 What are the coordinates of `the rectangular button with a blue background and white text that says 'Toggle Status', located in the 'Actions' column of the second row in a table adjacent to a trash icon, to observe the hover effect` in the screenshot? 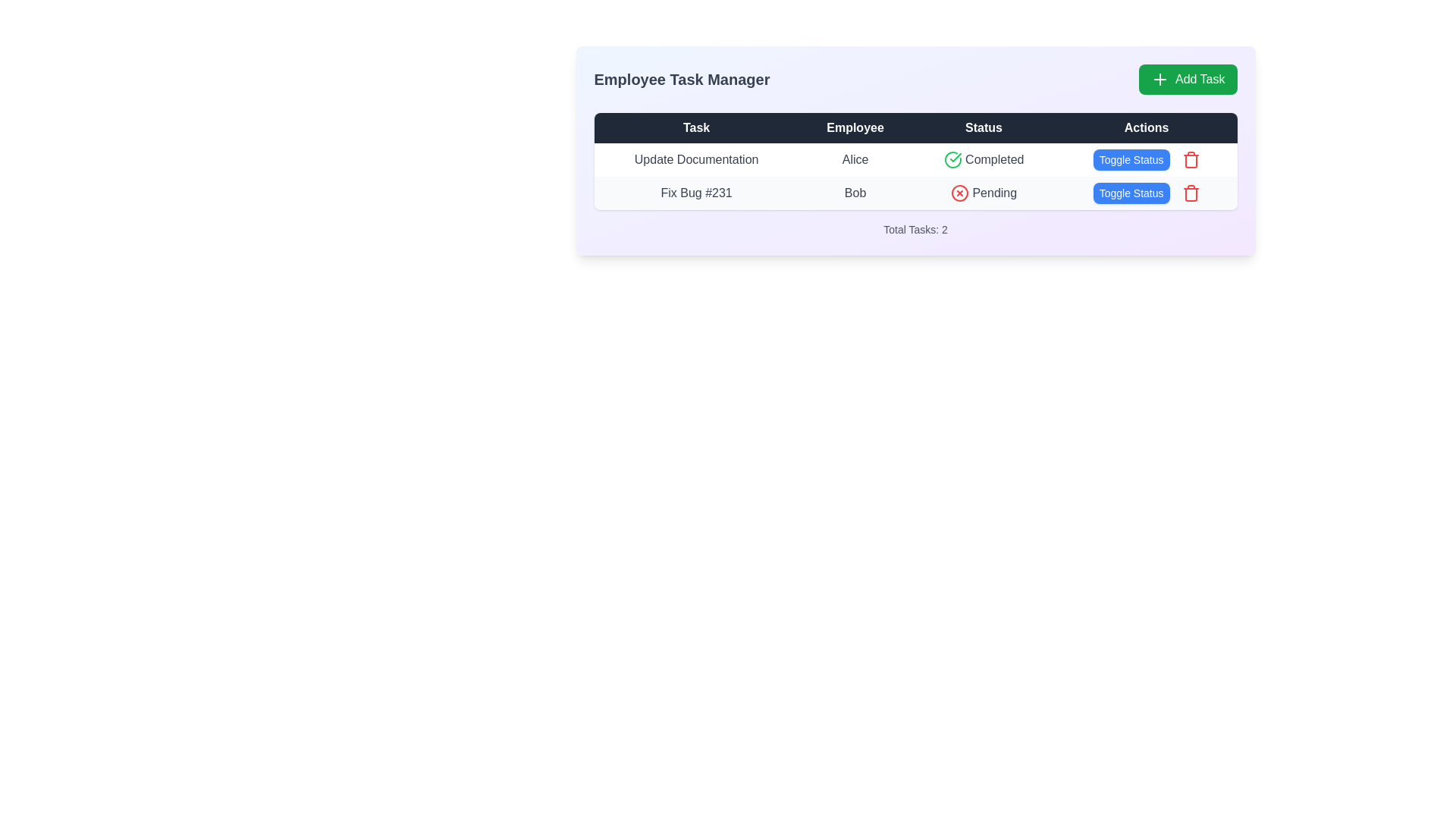 It's located at (1147, 192).